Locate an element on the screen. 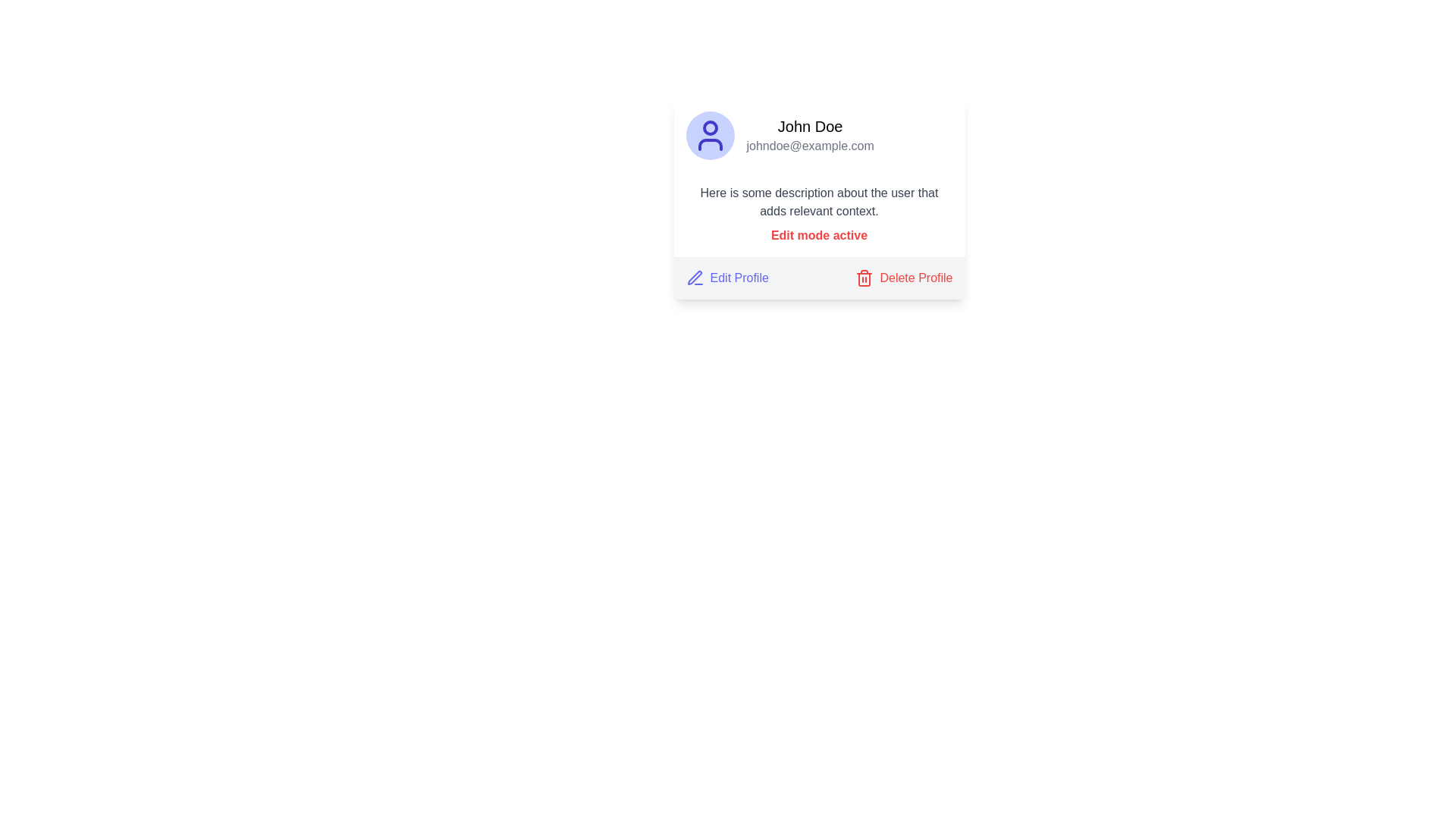 This screenshot has width=1456, height=819. the text label indicating that the edit mode is active, which is positioned within a card-like component showcasing user information, situated between a descriptive paragraph and the buttons 'Edit Profile' and 'Delete Profile' is located at coordinates (818, 236).